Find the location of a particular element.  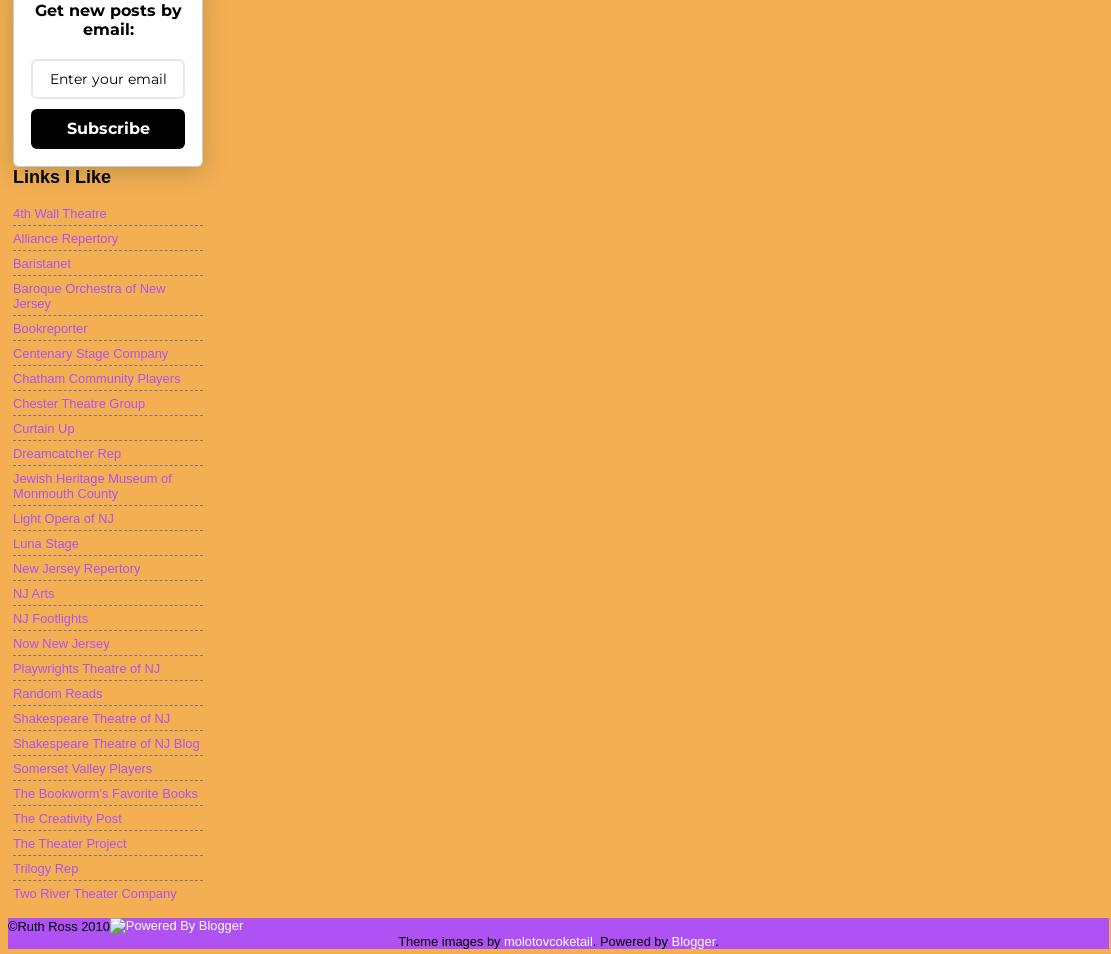

'Luna Stage' is located at coordinates (45, 541).